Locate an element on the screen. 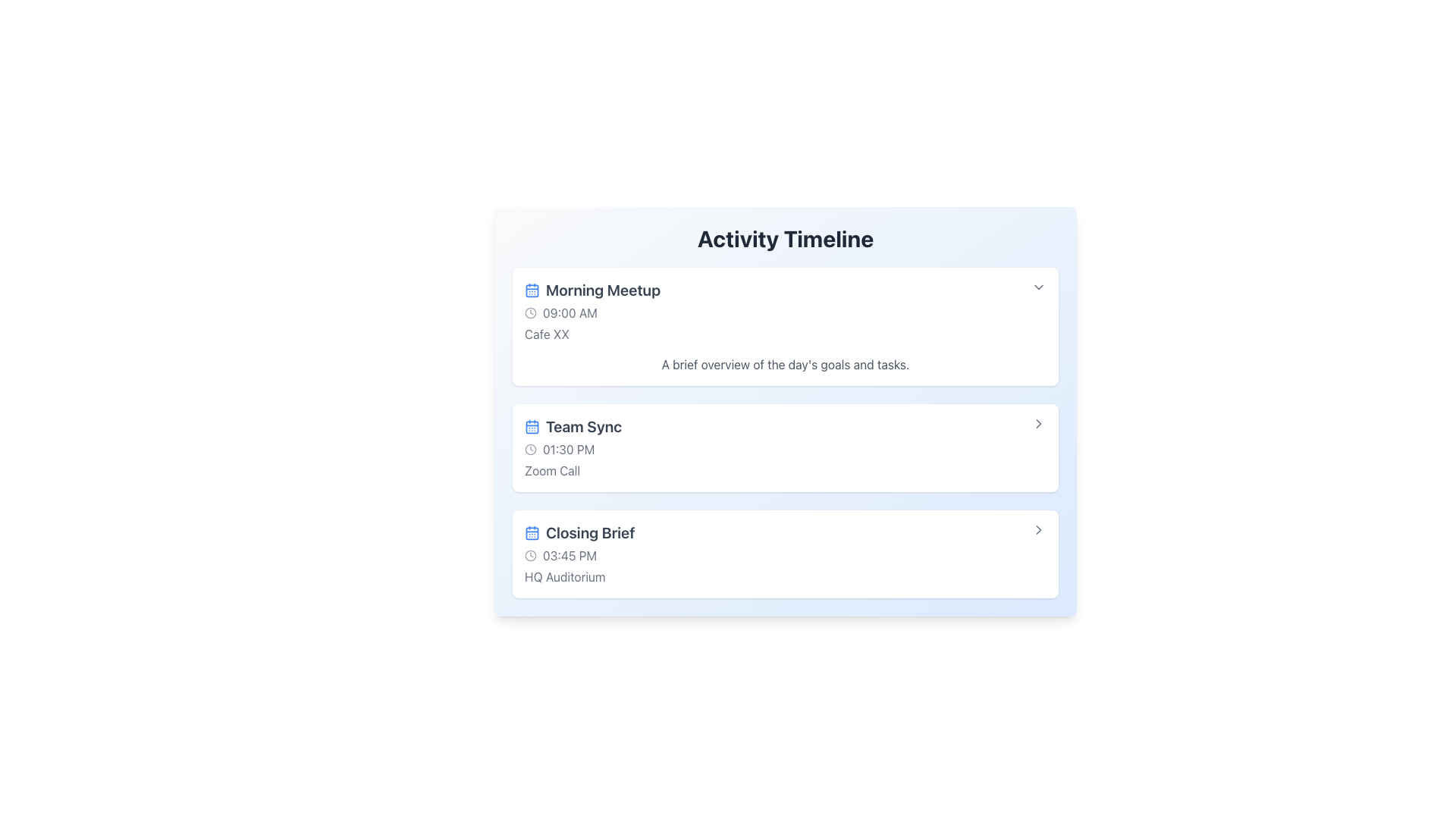 This screenshot has width=1456, height=819. the clock-shaped icon that is light gray in color, located to the left of the text '01:30 PM' in the 'Team Sync' event card is located at coordinates (531, 449).